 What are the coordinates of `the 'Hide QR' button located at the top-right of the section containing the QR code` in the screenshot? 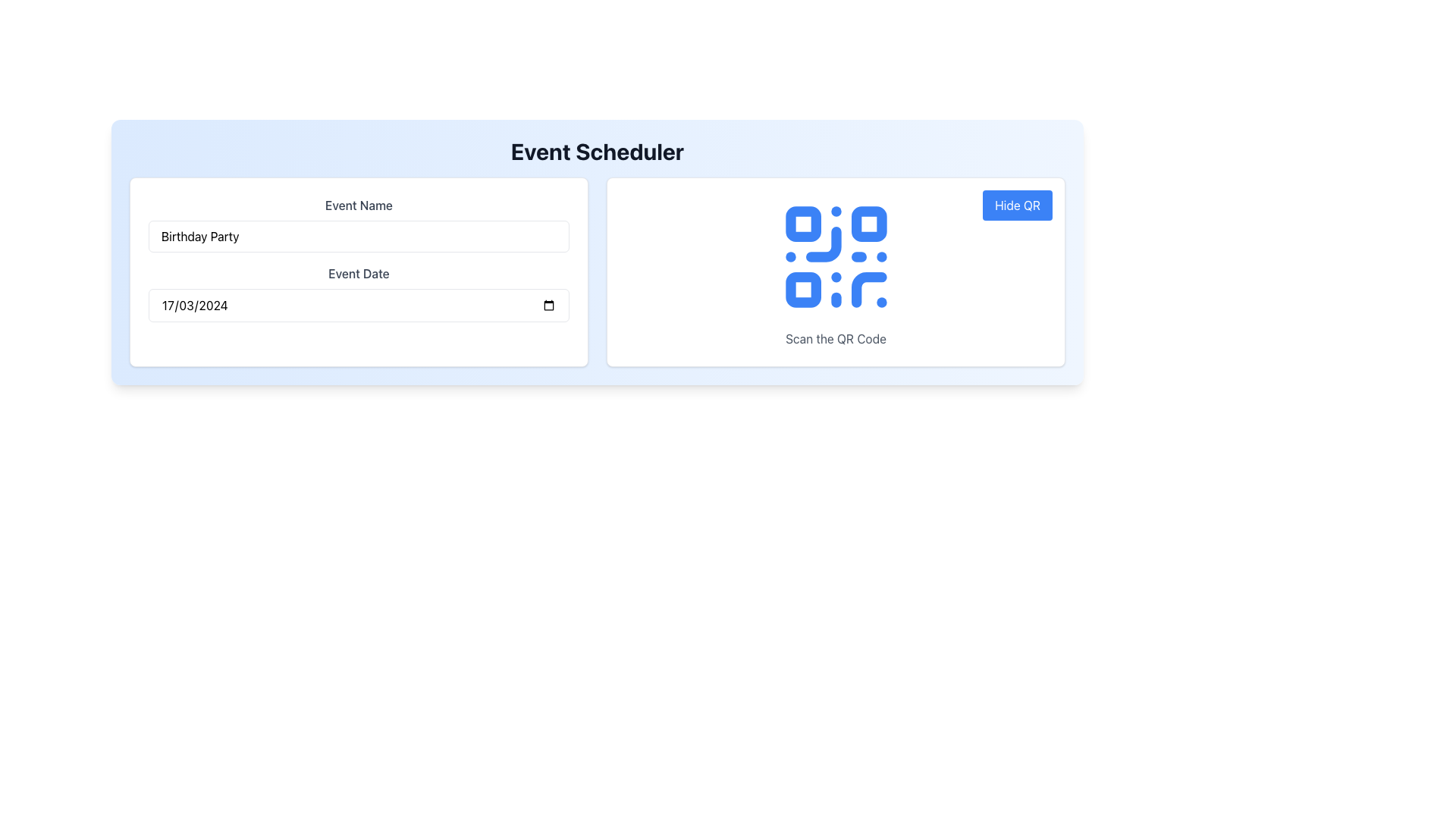 It's located at (1018, 205).